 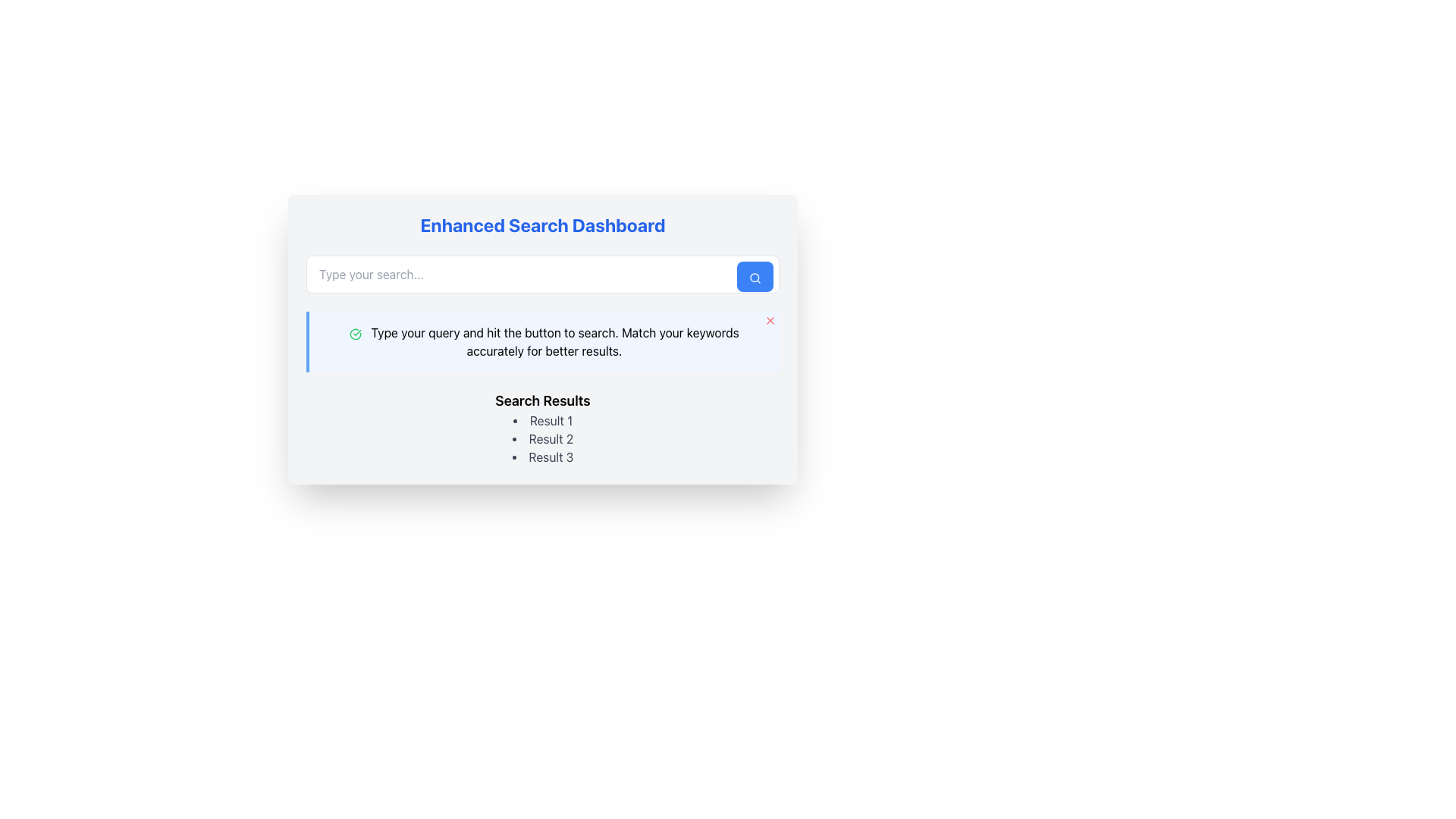 What do you see at coordinates (355, 333) in the screenshot?
I see `the graphical icon indicating positive acknowledgment or confirmation, which is located to the left of the instruction text starting with 'Type your query...'` at bounding box center [355, 333].